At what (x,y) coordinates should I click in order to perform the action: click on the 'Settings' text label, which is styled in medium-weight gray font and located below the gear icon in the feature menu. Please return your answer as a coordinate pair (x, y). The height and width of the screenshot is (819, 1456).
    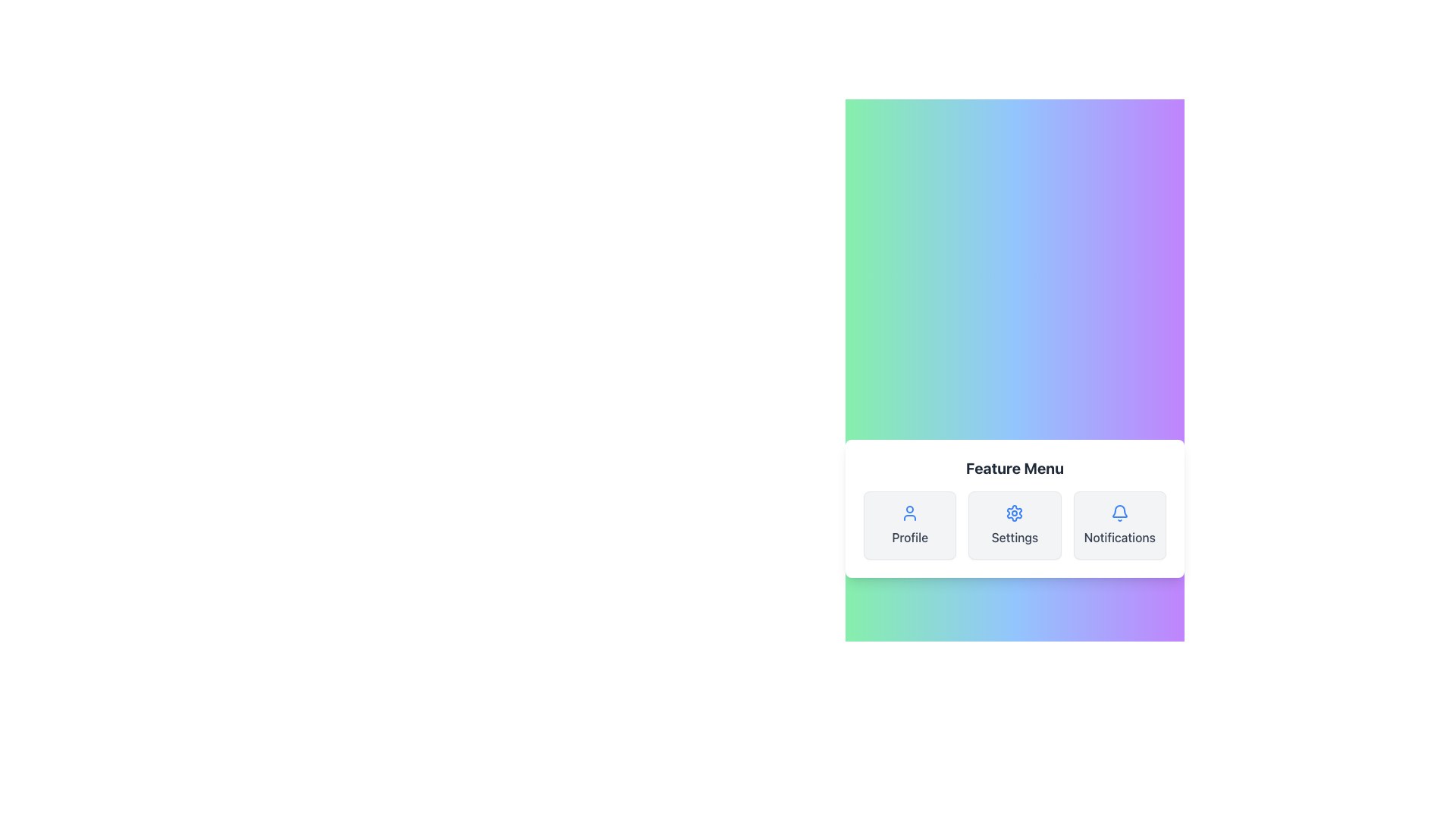
    Looking at the image, I should click on (1015, 537).